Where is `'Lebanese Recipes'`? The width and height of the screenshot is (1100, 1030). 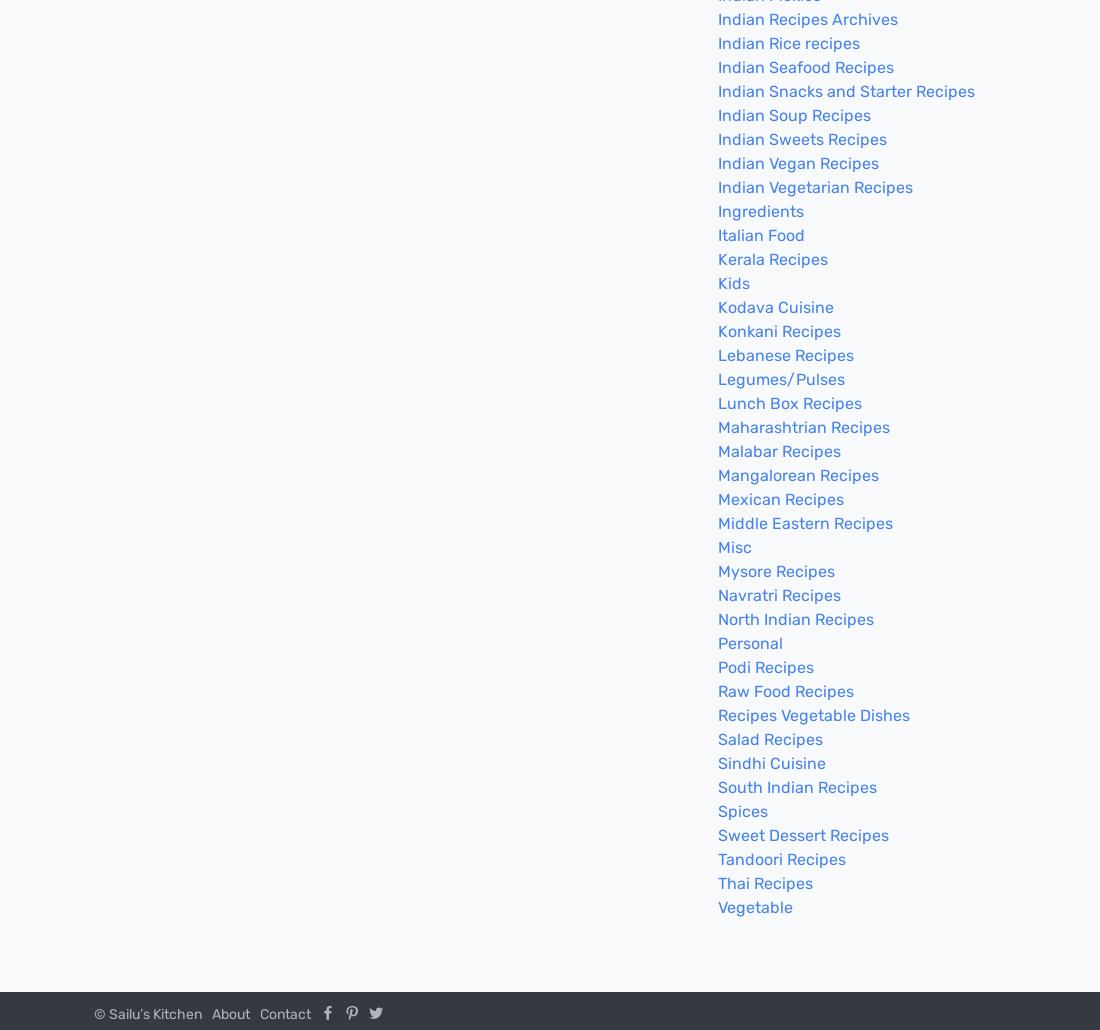 'Lebanese Recipes' is located at coordinates (785, 355).